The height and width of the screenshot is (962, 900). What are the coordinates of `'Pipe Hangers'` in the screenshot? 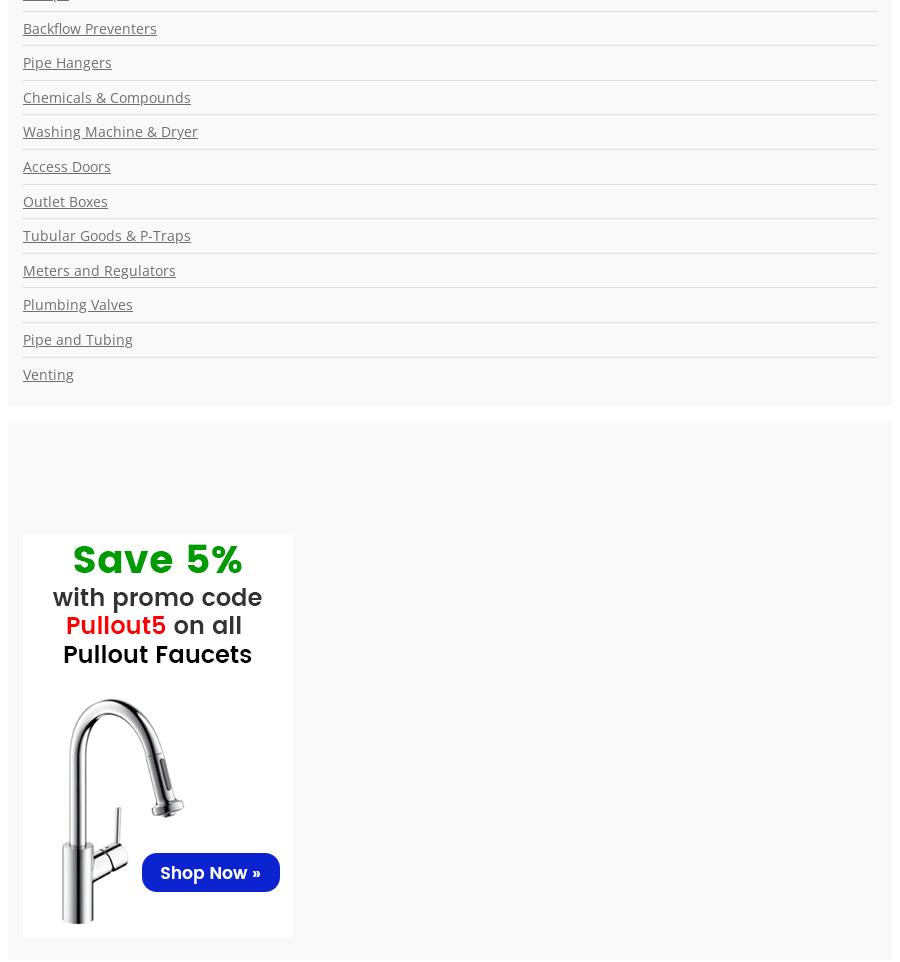 It's located at (66, 62).